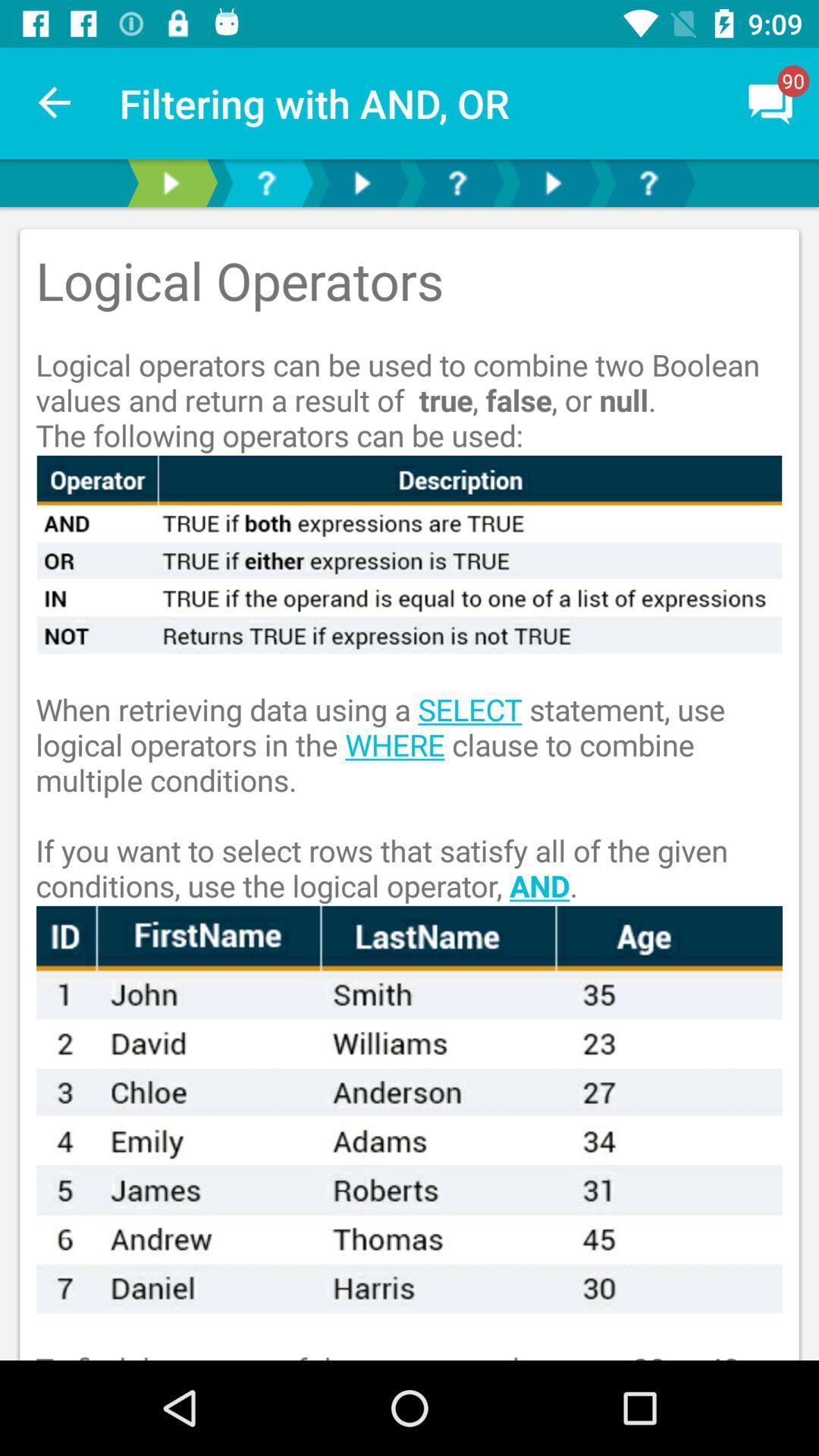 Image resolution: width=819 pixels, height=1456 pixels. I want to click on item to the left of filtering with and, so click(55, 102).